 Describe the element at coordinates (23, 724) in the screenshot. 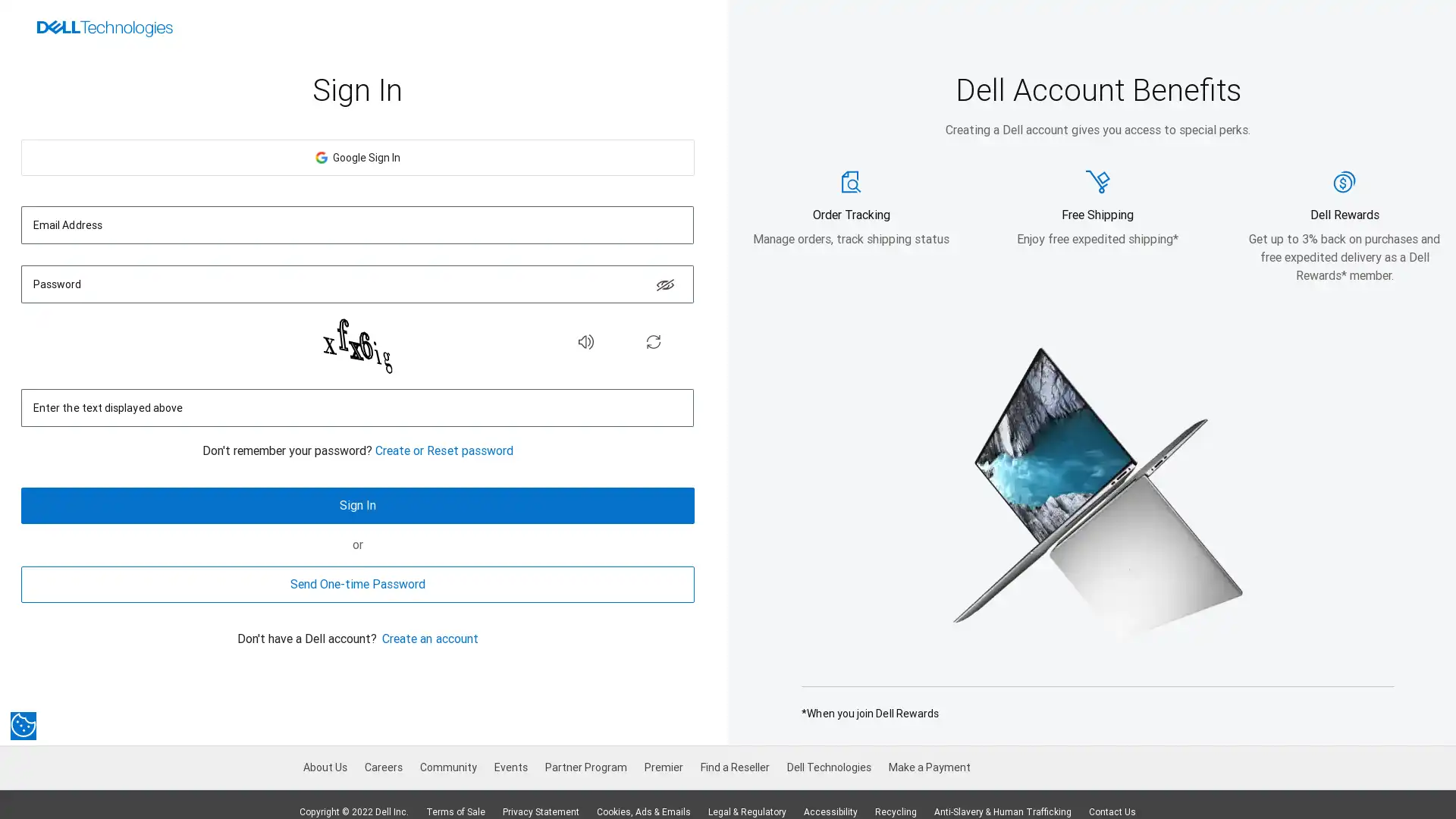

I see `manage your cookies` at that location.